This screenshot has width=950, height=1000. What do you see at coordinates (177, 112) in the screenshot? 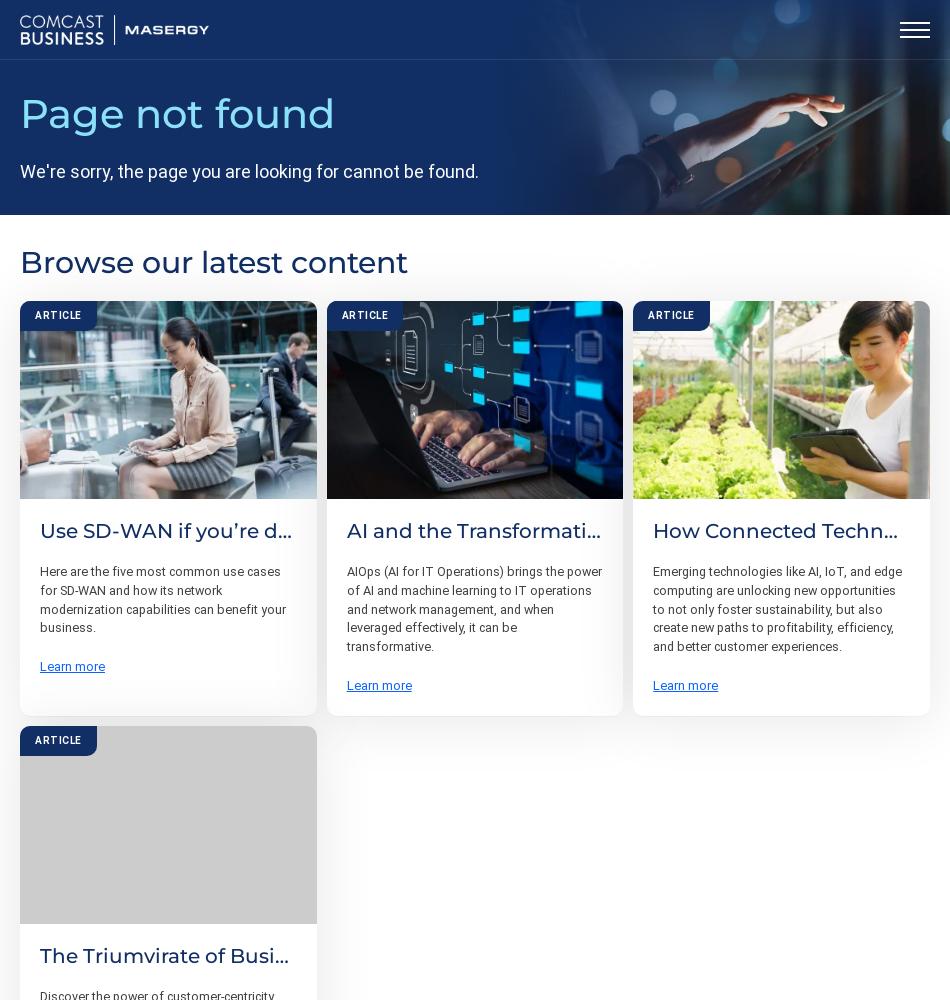
I see `'Page not found'` at bounding box center [177, 112].